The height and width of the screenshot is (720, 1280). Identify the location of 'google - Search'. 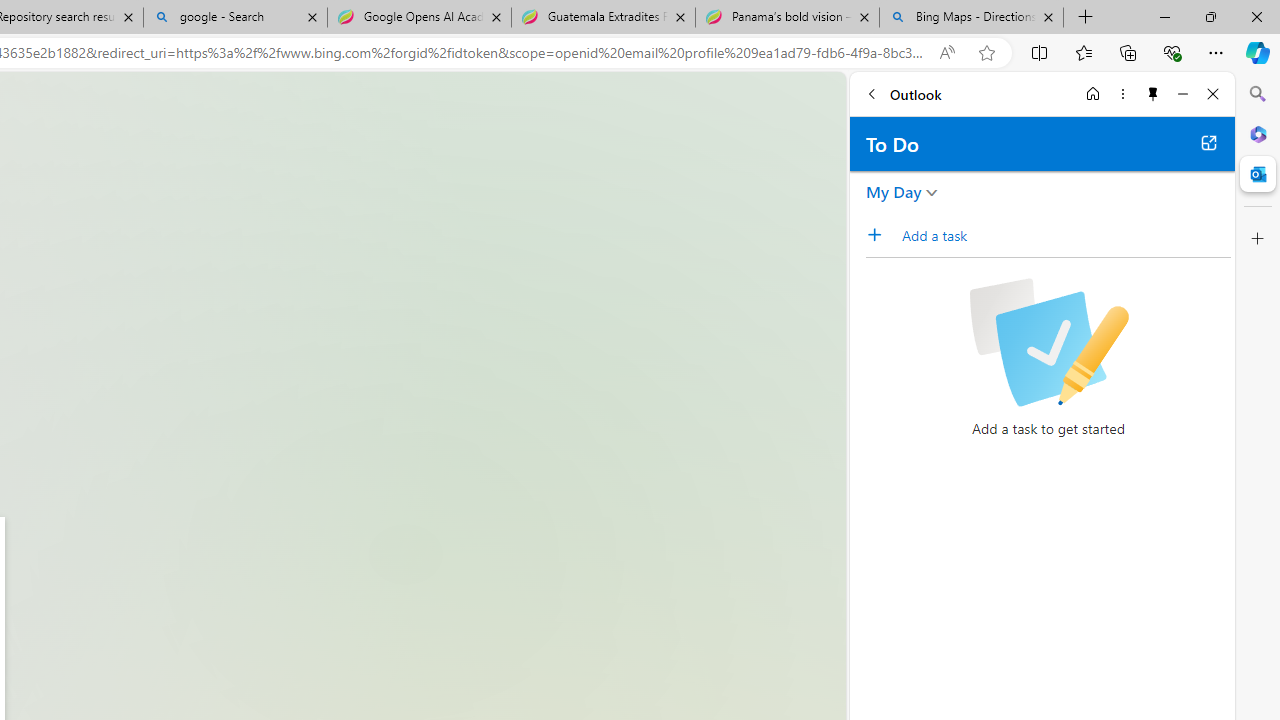
(234, 17).